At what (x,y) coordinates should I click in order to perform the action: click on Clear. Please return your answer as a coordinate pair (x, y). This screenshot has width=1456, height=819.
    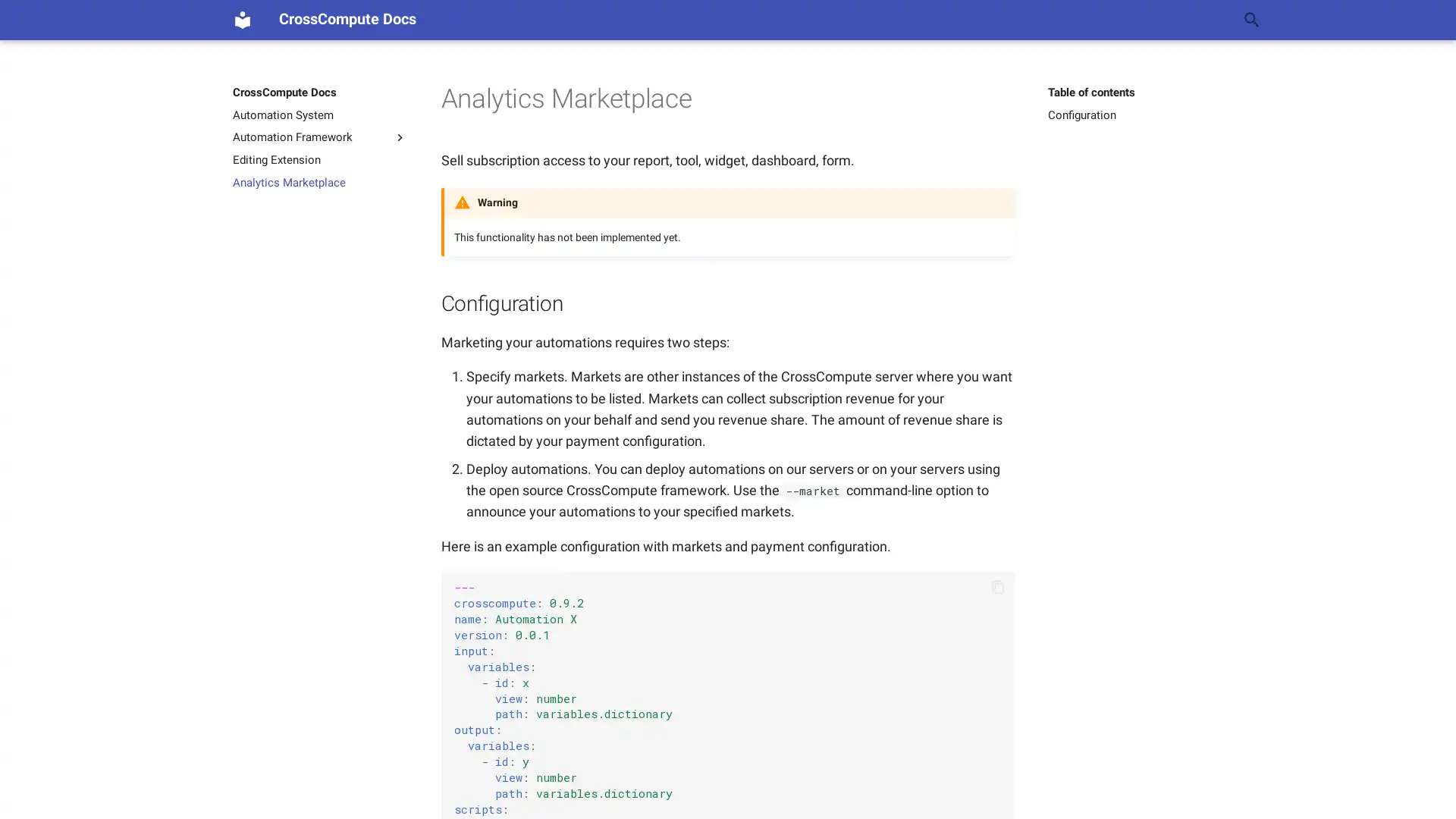
    Looking at the image, I should click on (1215, 20).